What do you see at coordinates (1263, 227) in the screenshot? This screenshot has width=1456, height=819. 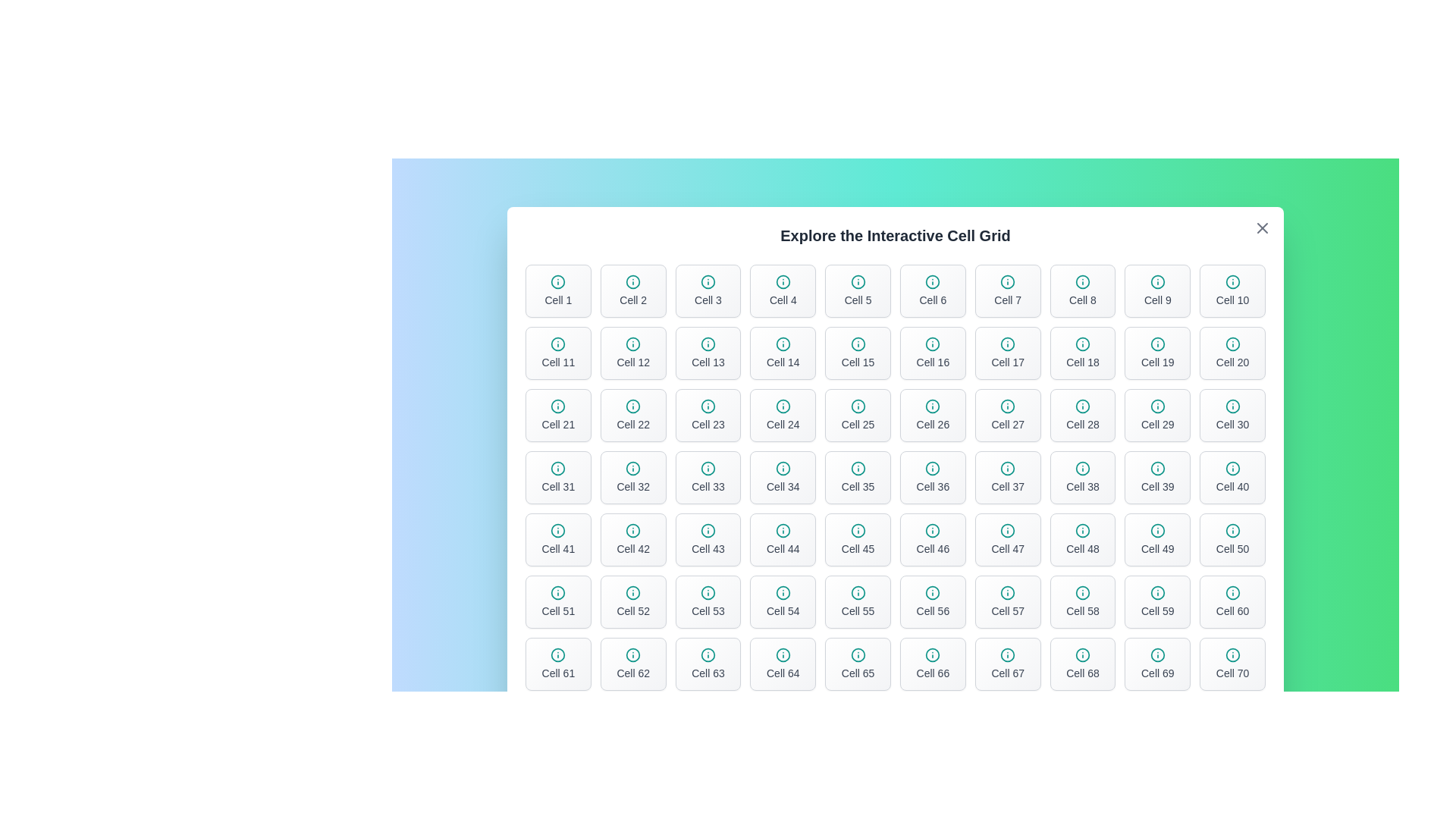 I see `'X' button in the top-right corner of the dialog to close it` at bounding box center [1263, 227].